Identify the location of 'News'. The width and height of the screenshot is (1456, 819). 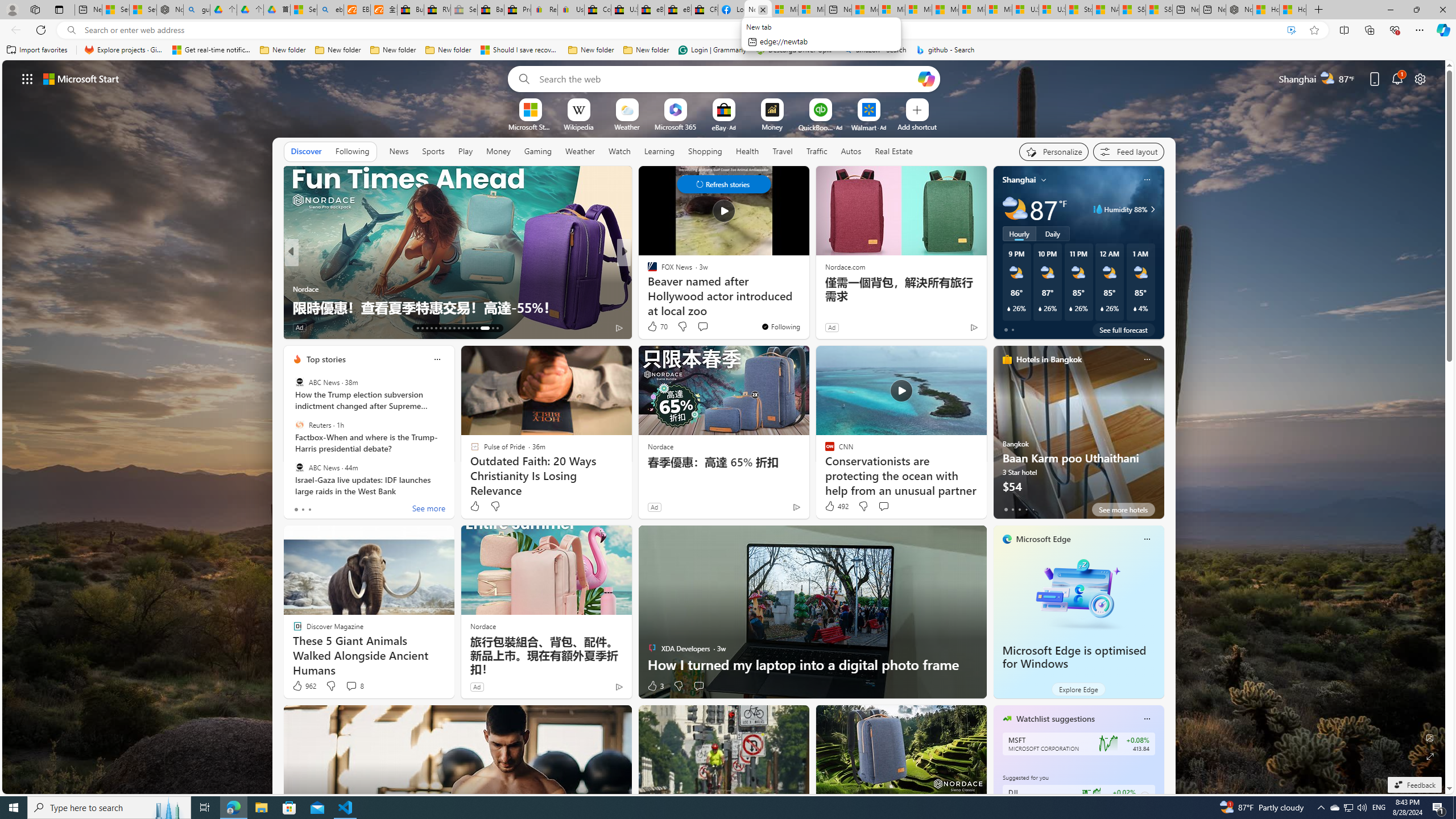
(399, 150).